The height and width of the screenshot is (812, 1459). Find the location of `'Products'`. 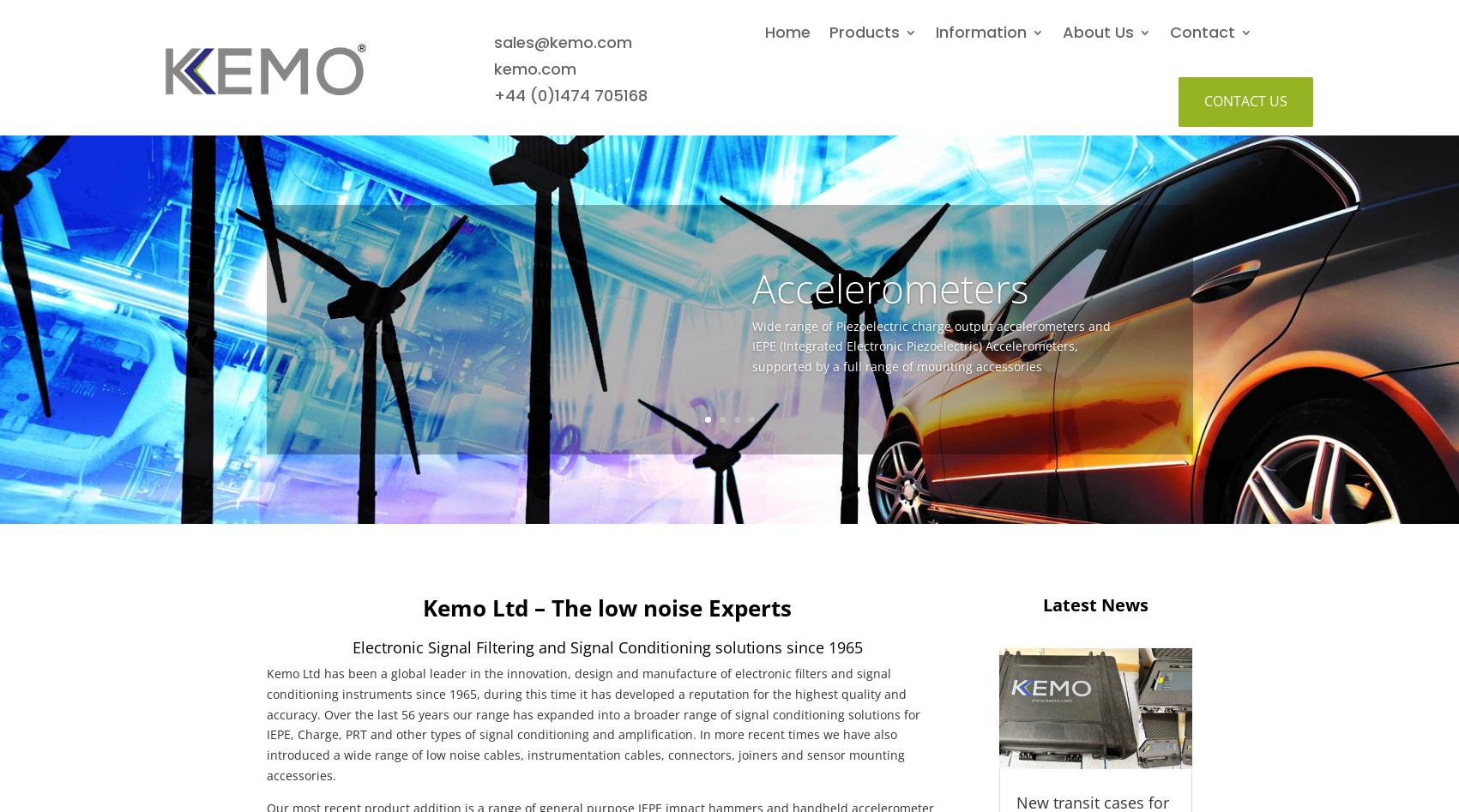

'Products' is located at coordinates (863, 32).